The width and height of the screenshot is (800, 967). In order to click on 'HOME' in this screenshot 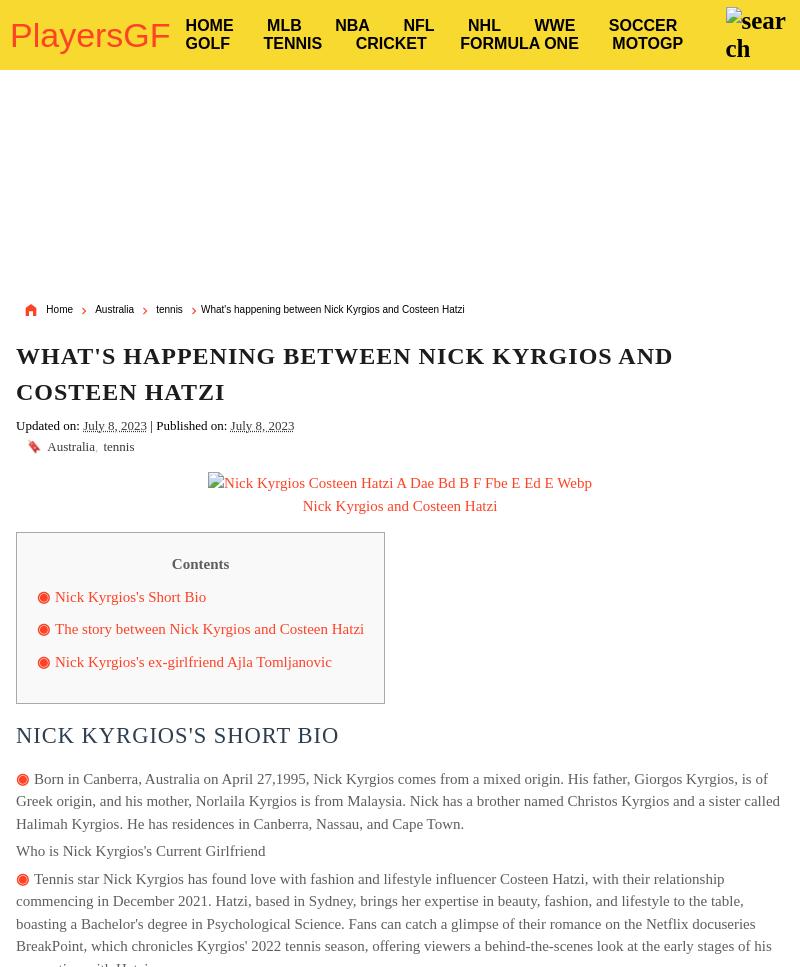, I will do `click(184, 25)`.